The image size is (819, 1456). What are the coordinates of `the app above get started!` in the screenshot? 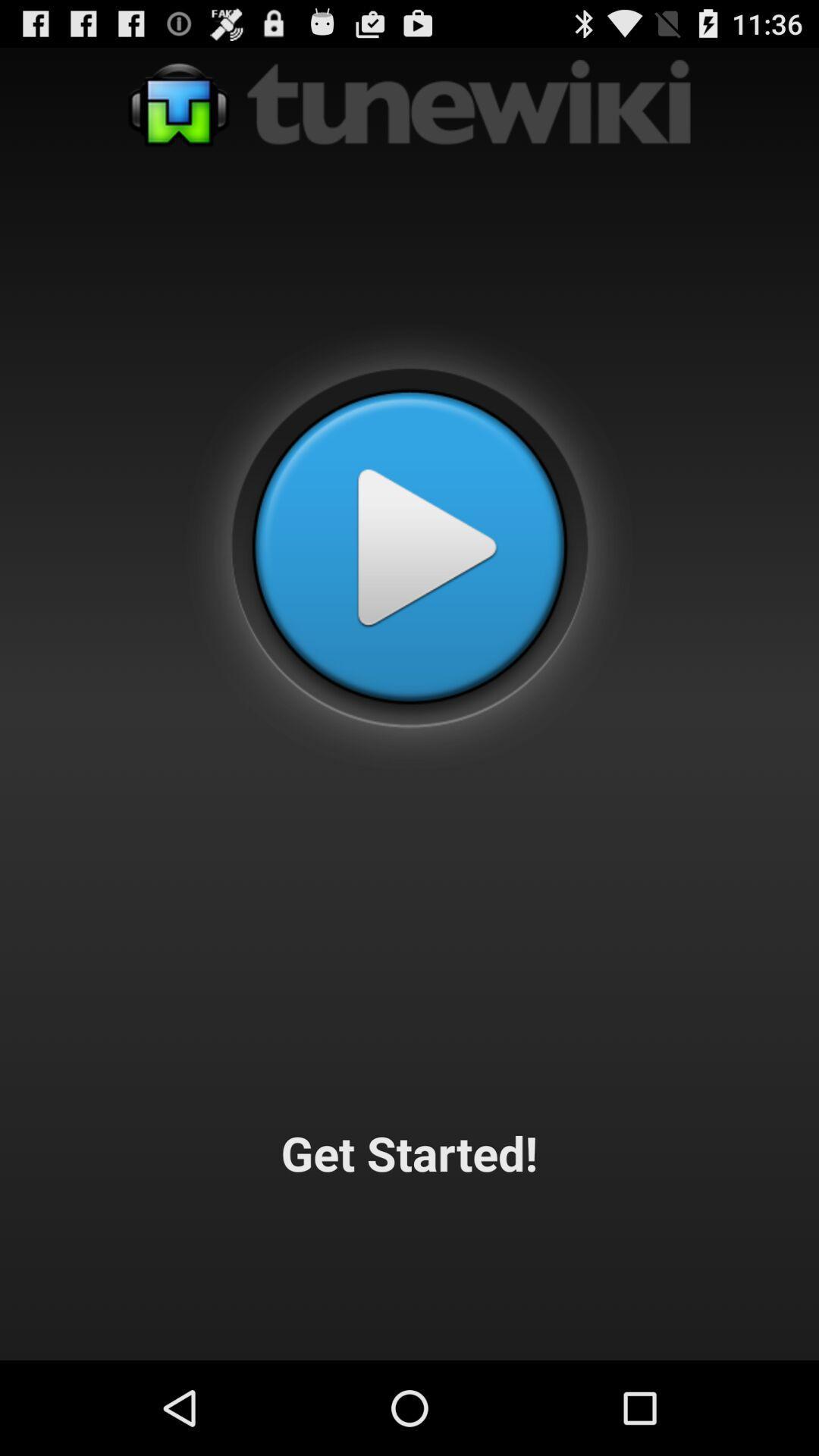 It's located at (409, 546).